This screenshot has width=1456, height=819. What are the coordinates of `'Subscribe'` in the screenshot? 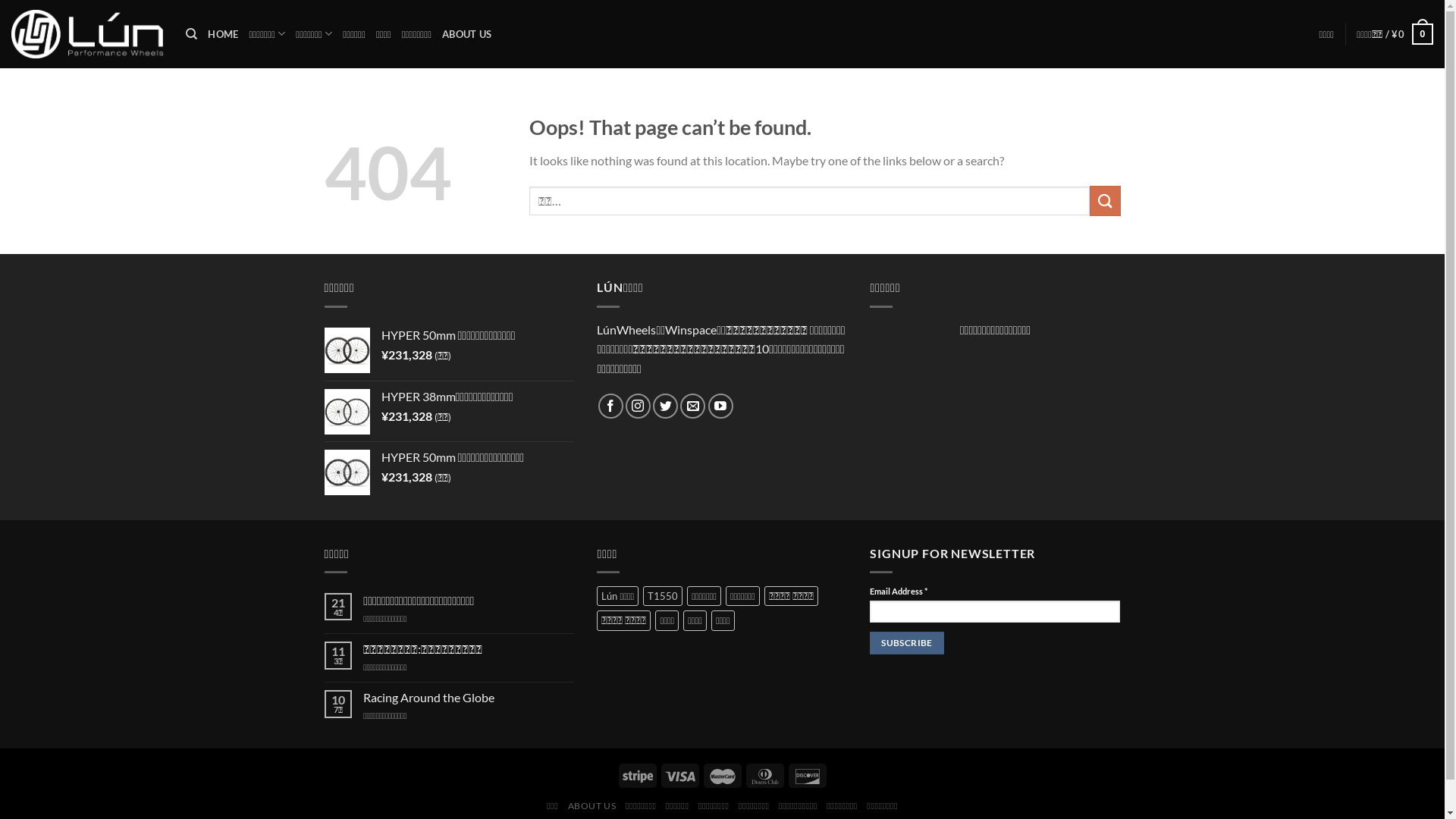 It's located at (906, 643).